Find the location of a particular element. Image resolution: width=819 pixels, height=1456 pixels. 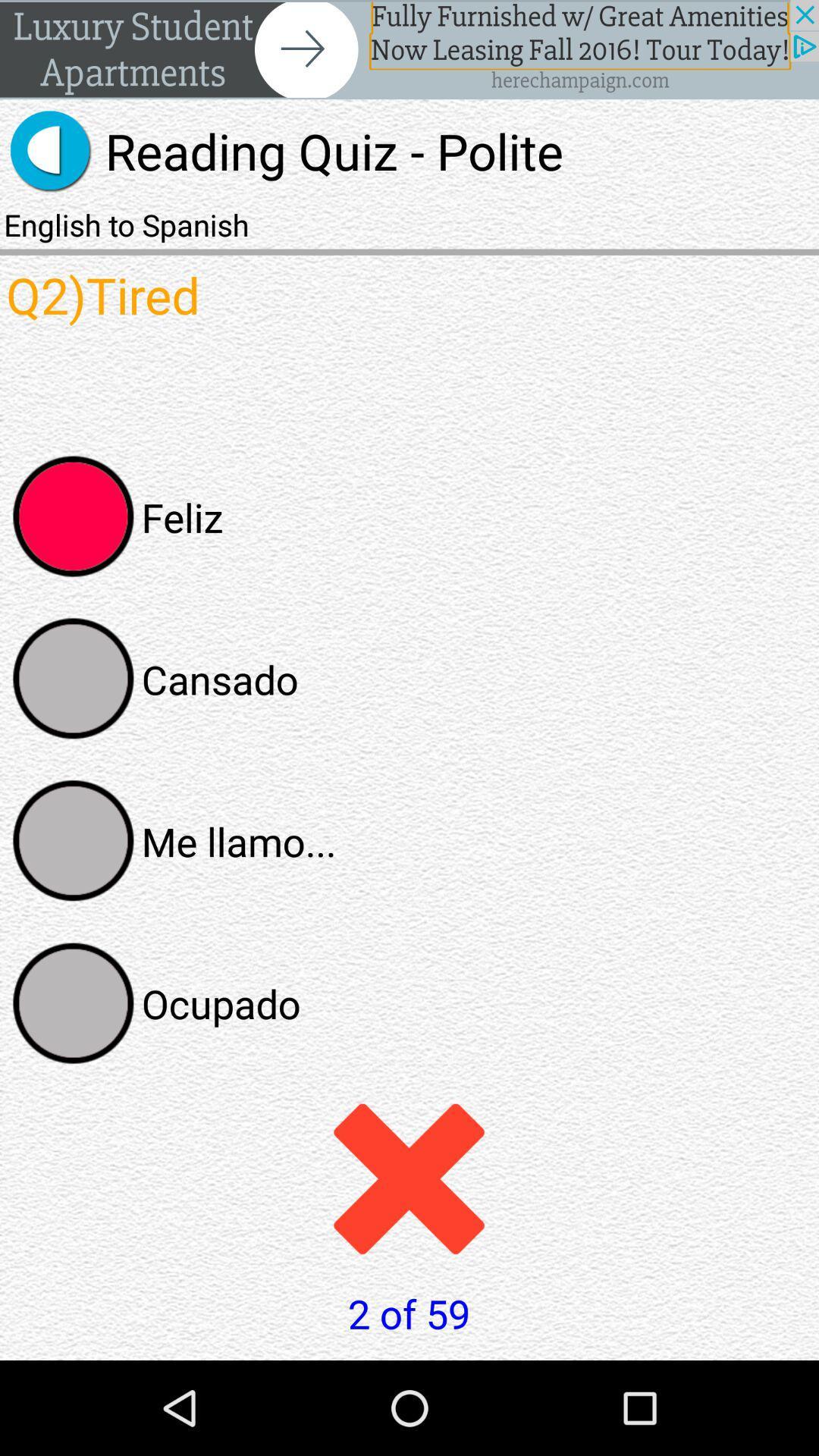

the avatar icon is located at coordinates (74, 726).